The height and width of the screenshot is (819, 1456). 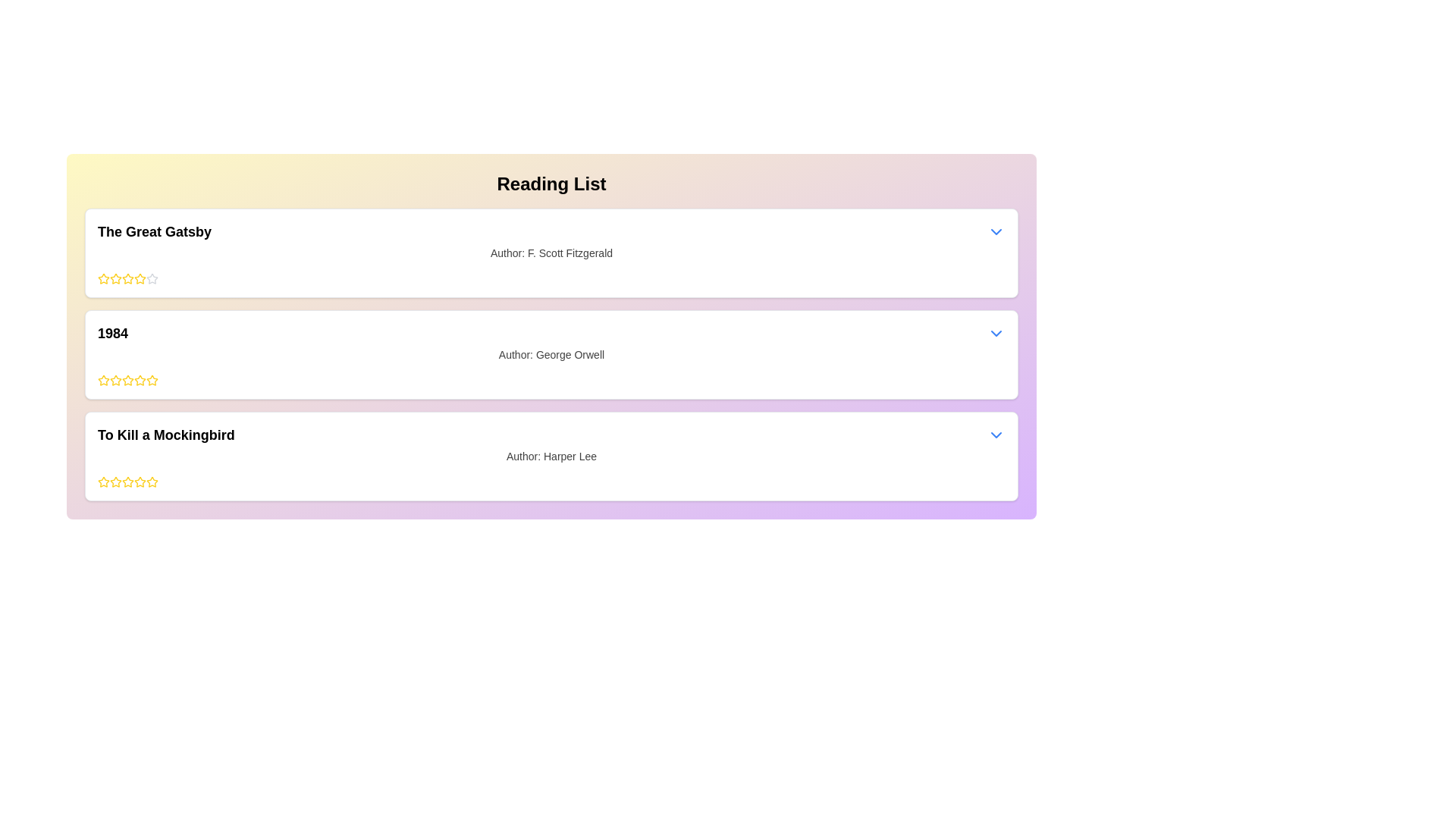 What do you see at coordinates (551, 455) in the screenshot?
I see `text label indicating the author of the book 'To Kill a Mockingbird', which is located in the third reading list item in the 'Reading List' section` at bounding box center [551, 455].